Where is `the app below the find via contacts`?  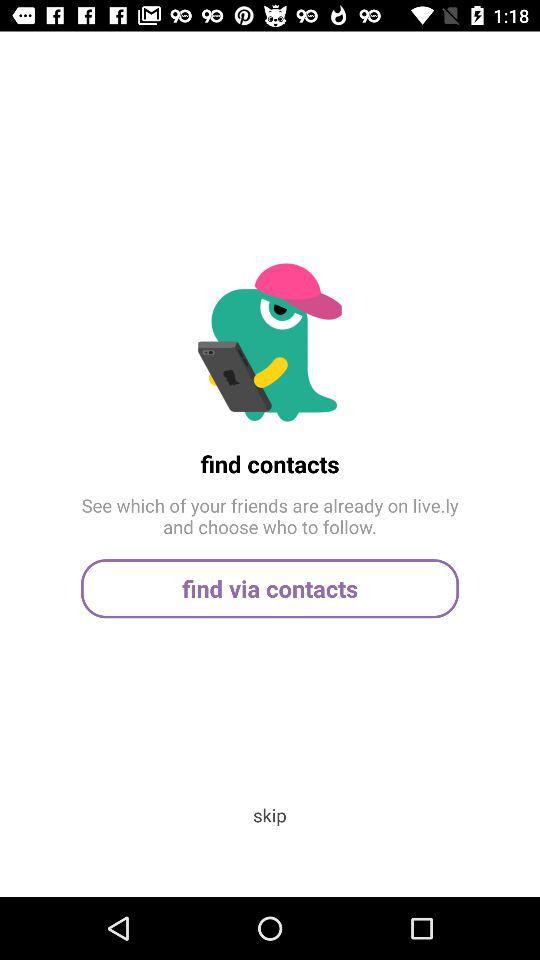
the app below the find via contacts is located at coordinates (269, 815).